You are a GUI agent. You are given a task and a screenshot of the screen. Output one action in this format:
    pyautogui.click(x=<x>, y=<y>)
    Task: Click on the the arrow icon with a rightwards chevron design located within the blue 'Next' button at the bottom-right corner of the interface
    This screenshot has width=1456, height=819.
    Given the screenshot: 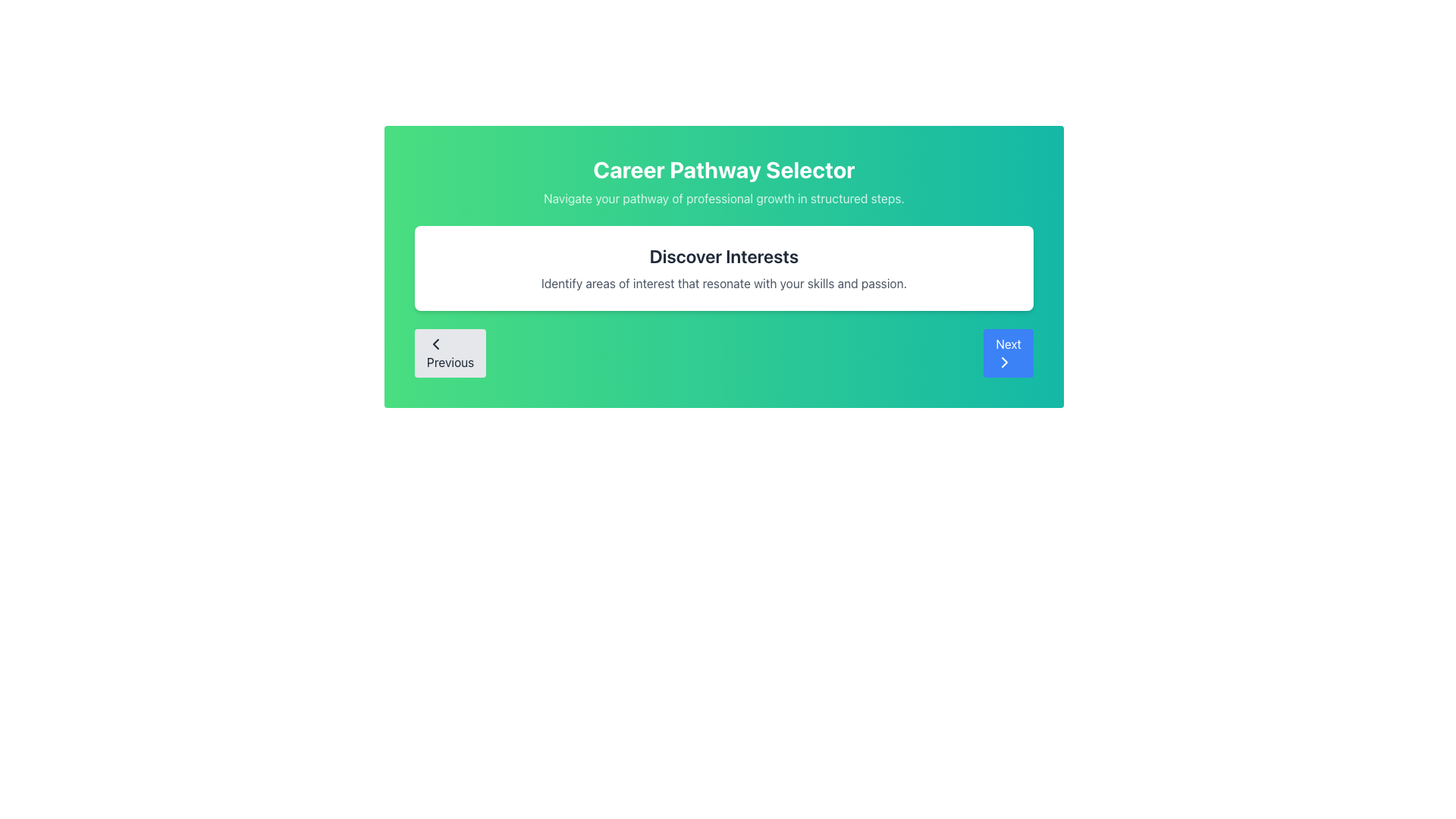 What is the action you would take?
    pyautogui.click(x=1005, y=362)
    